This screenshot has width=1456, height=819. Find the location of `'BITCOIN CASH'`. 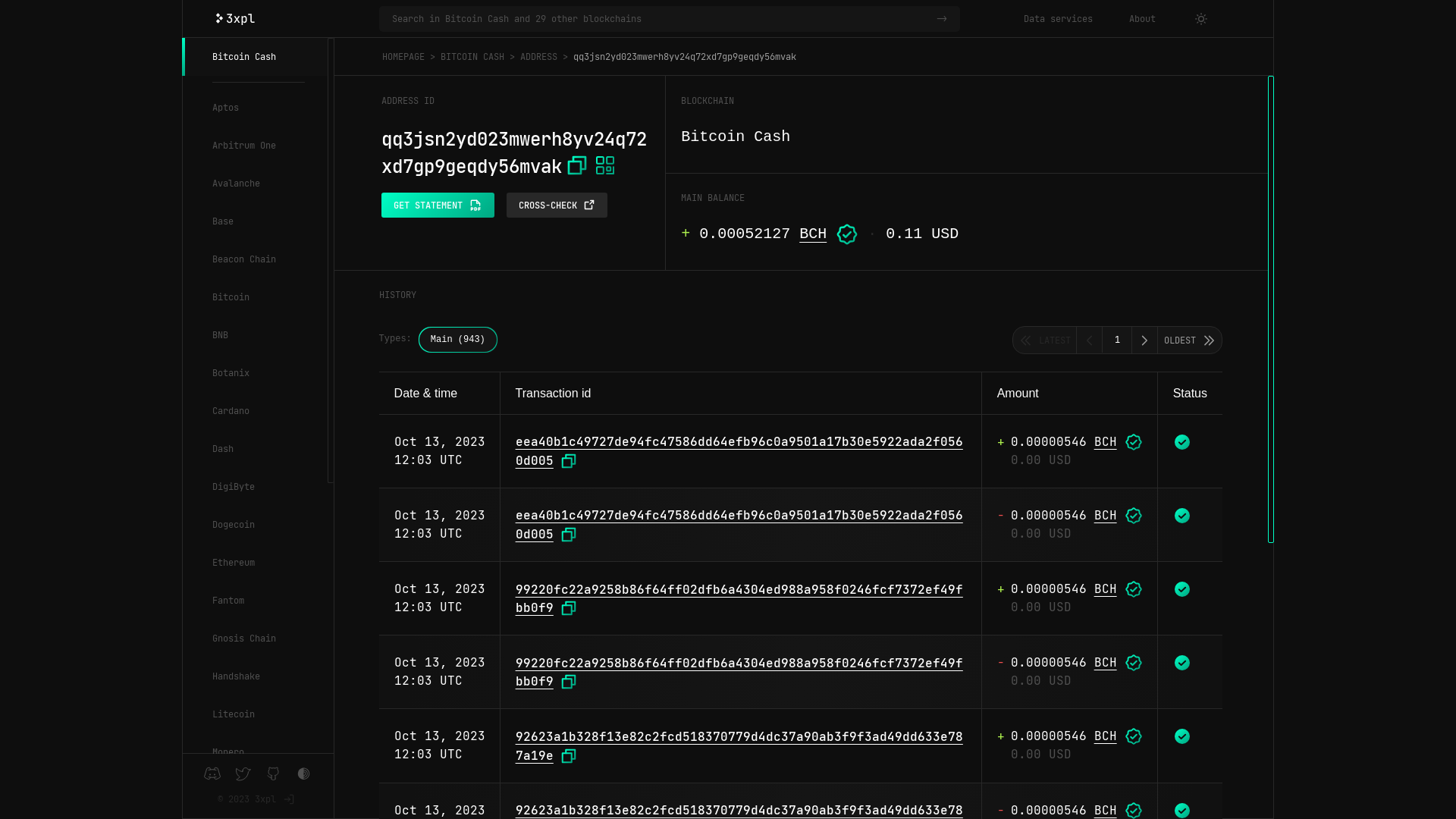

'BITCOIN CASH' is located at coordinates (472, 55).